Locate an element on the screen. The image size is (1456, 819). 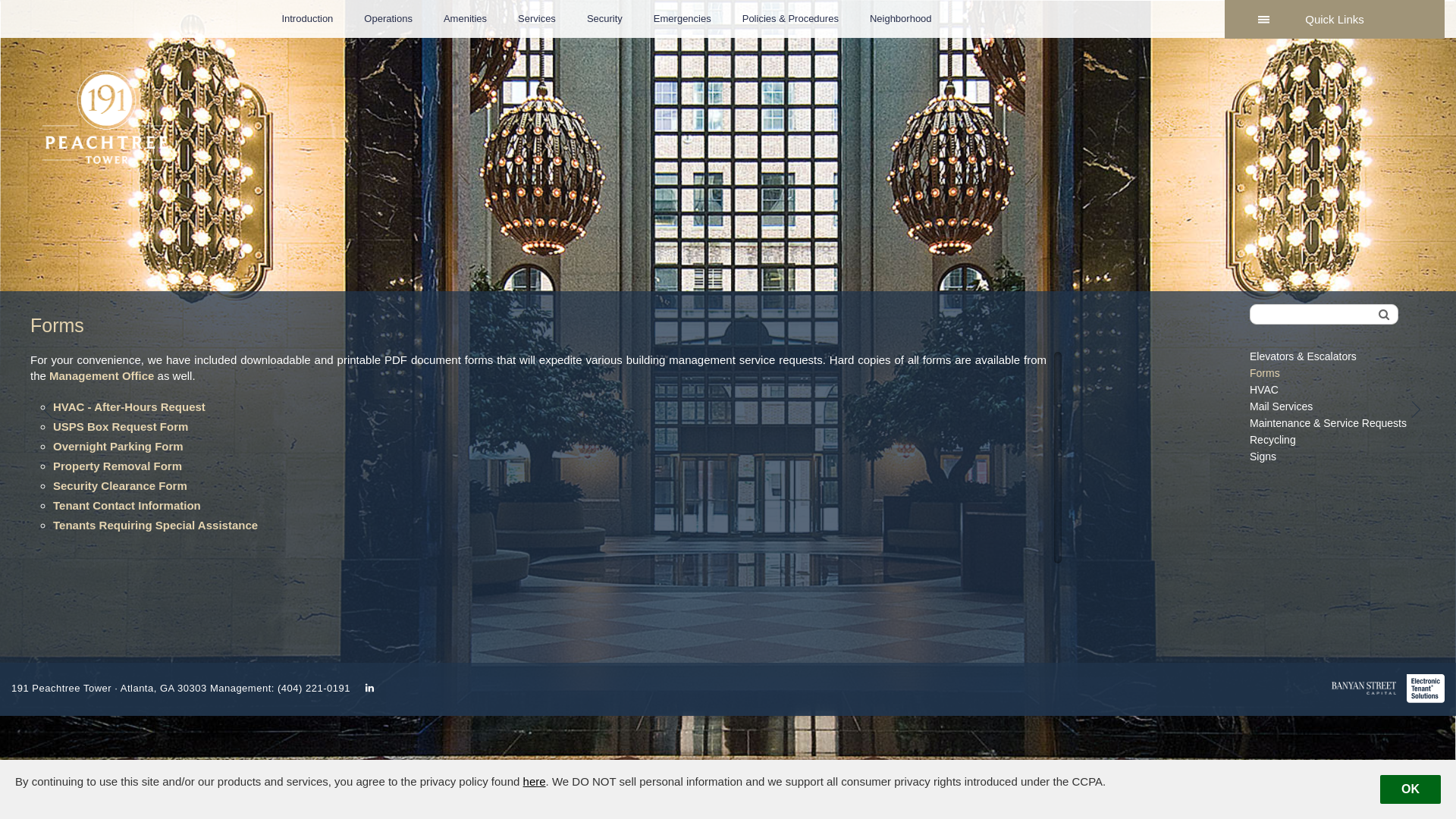
'(404) 221-0191' is located at coordinates (312, 688).